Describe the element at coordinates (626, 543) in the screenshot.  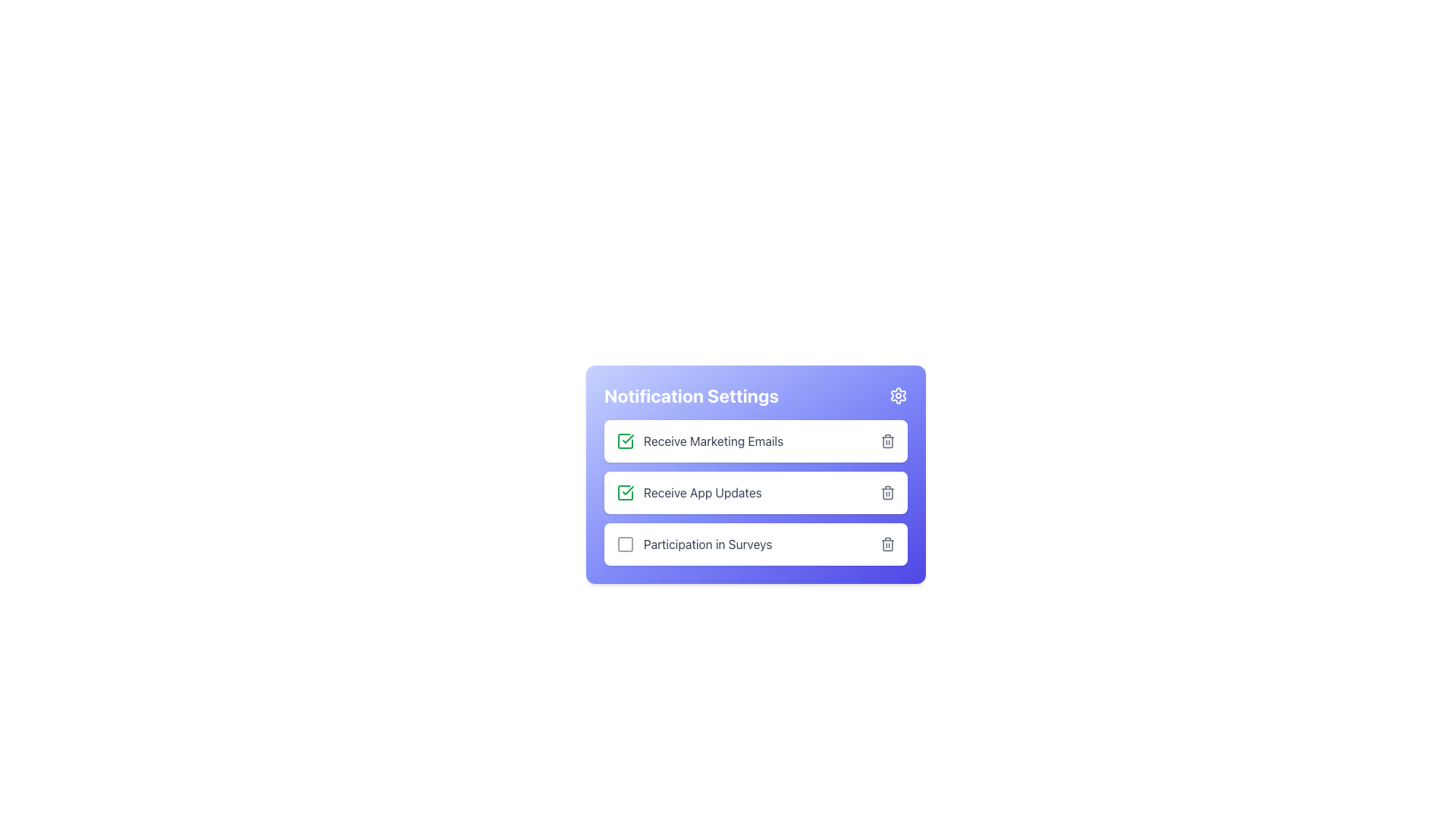
I see `the checkbox for 'Participation in Surveys'` at that location.